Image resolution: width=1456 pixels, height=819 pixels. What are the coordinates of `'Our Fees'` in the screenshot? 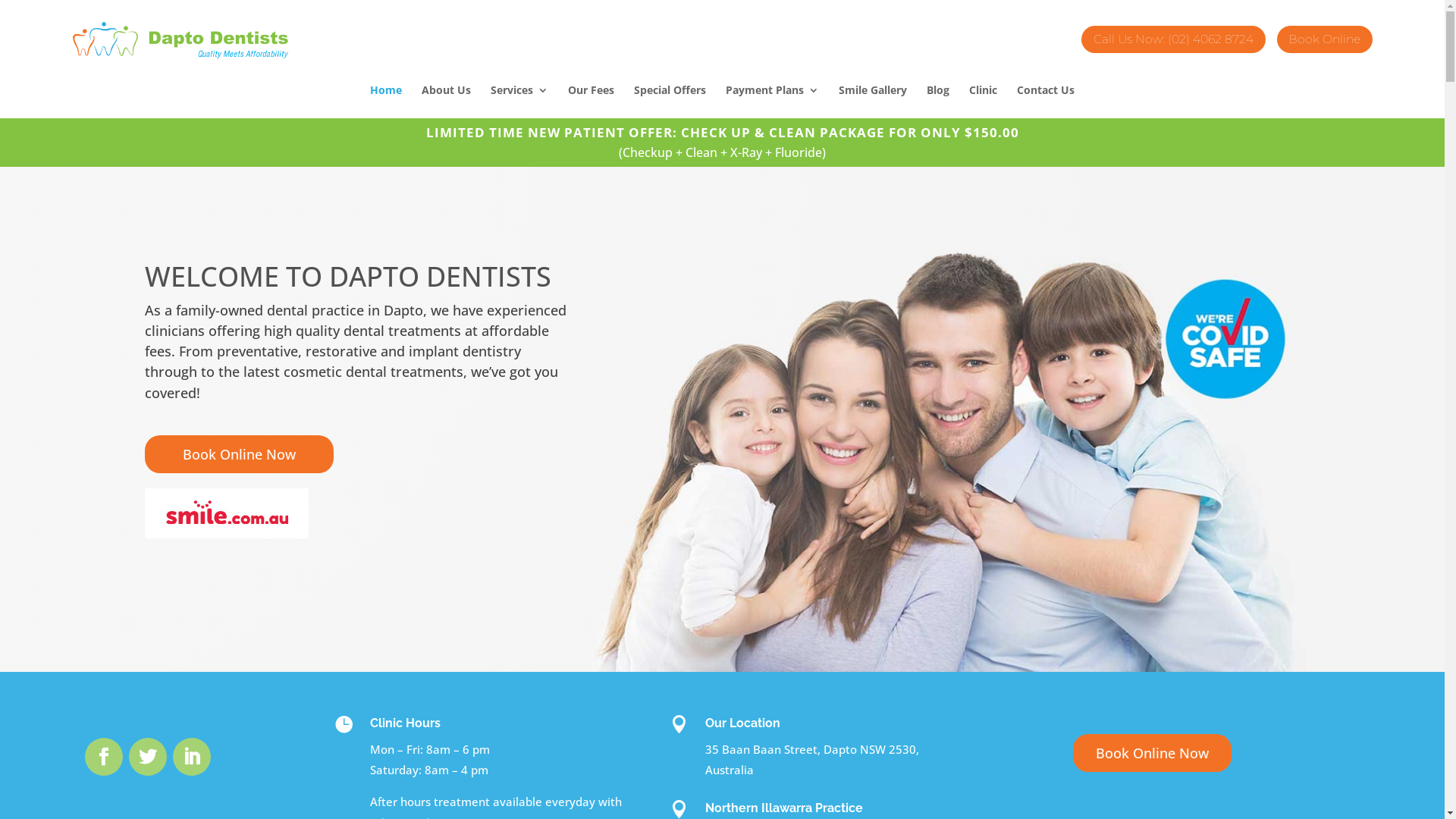 It's located at (590, 102).